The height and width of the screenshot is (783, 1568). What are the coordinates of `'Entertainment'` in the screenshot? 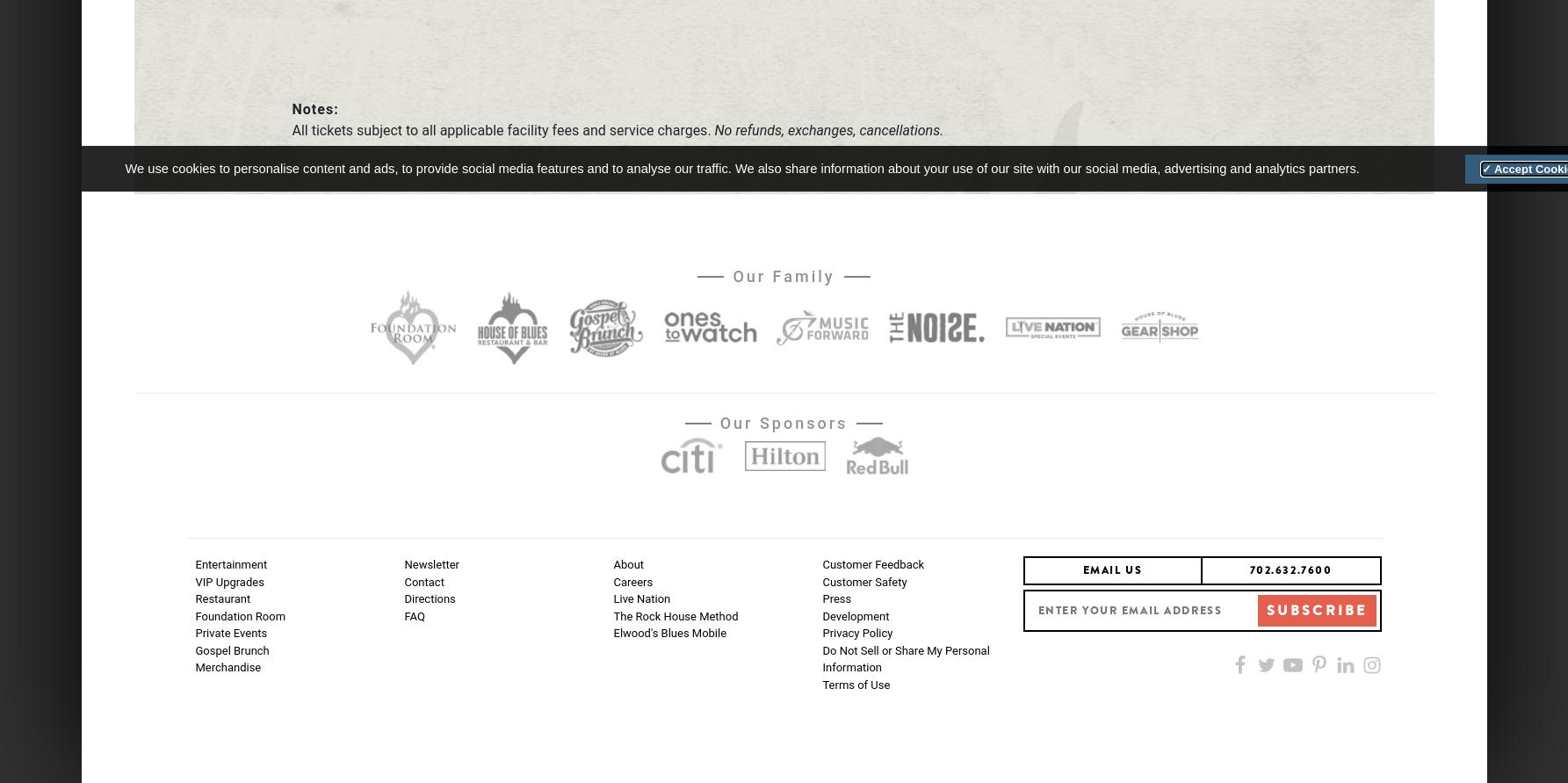 It's located at (230, 563).